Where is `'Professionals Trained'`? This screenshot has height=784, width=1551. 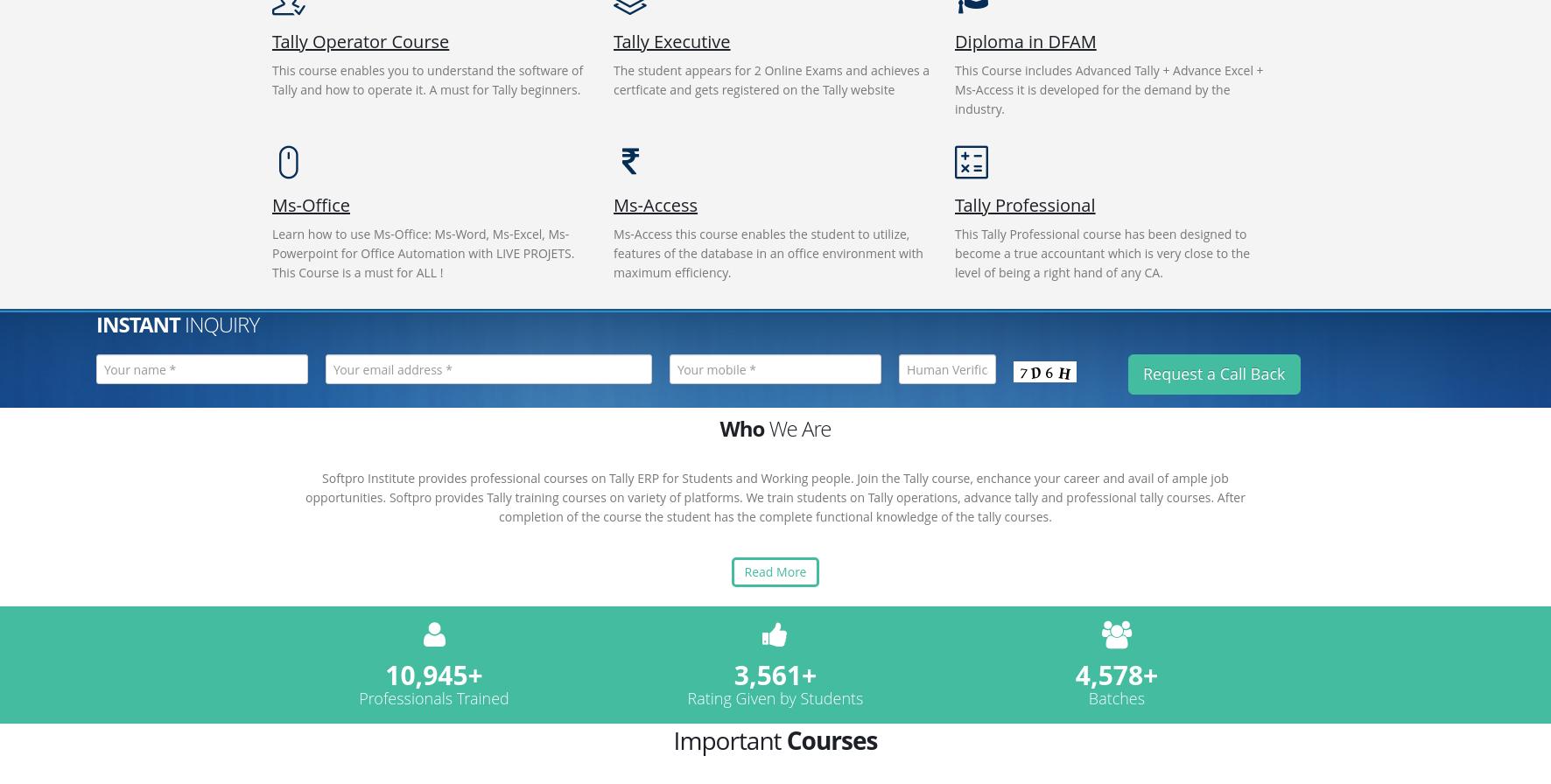 'Professionals Trained' is located at coordinates (432, 696).